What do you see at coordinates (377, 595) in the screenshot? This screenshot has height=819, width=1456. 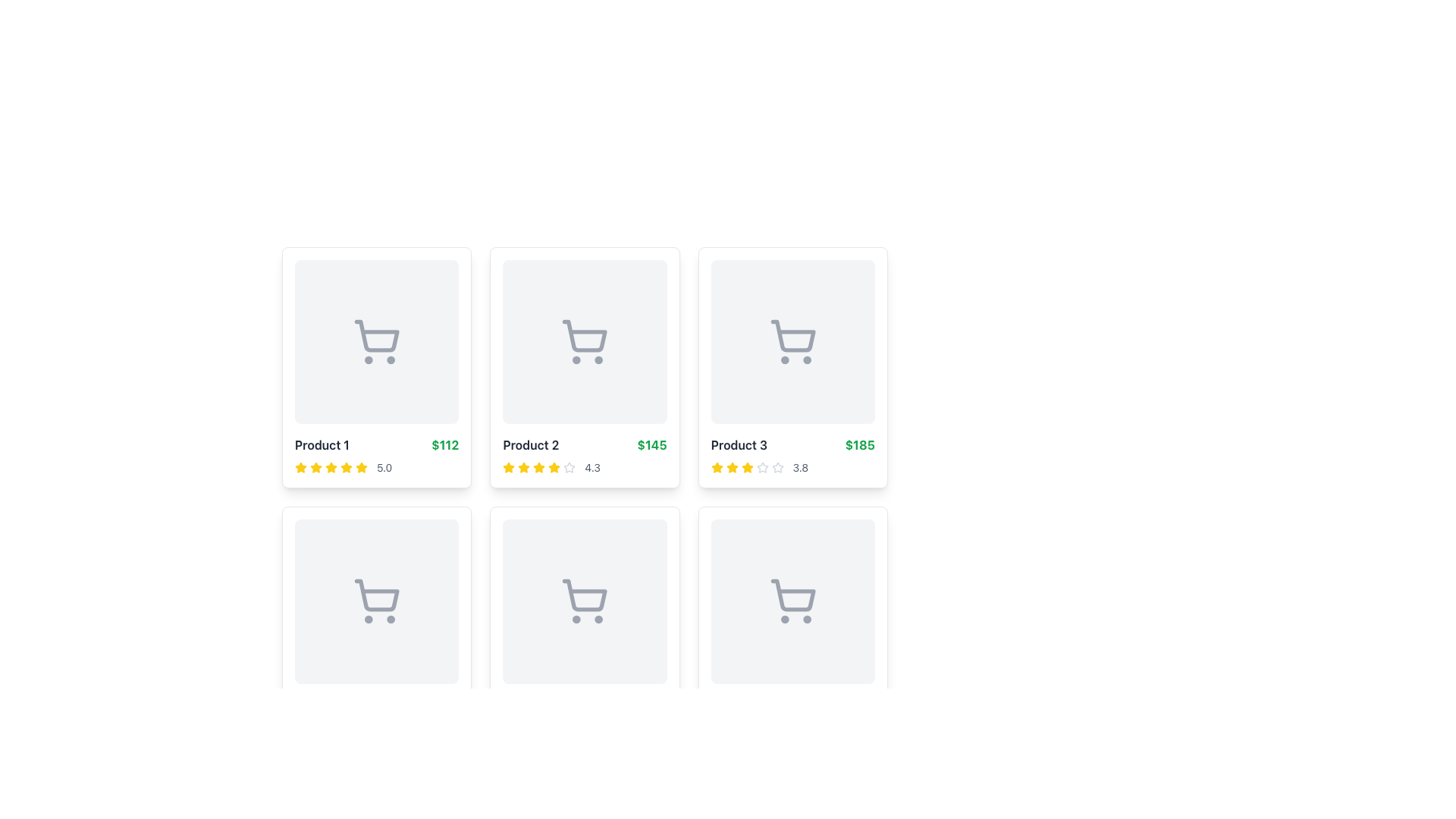 I see `the shopping cart icon located in the second row, first column of the grid layout, which symbolizes adding products or viewing the shopping basket` at bounding box center [377, 595].